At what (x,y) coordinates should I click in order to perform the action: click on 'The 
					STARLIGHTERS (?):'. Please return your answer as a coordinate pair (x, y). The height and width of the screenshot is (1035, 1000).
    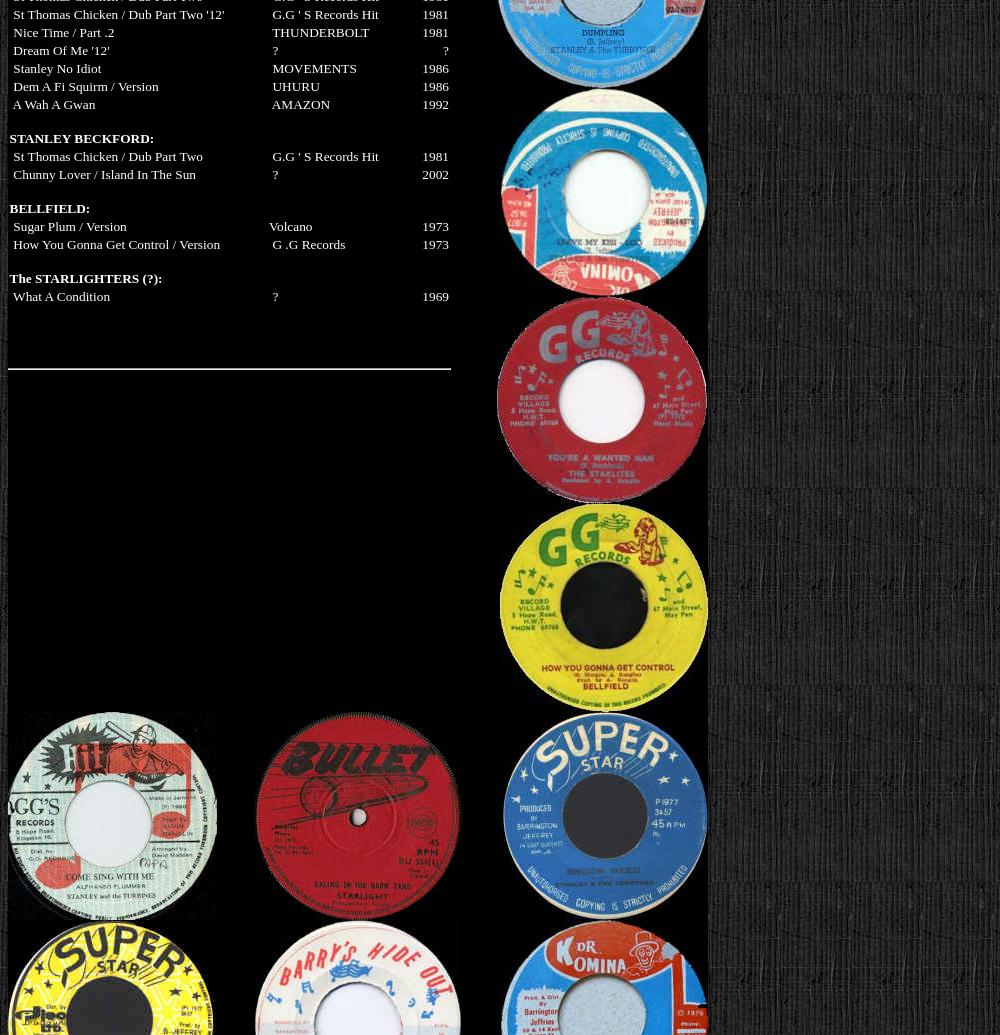
    Looking at the image, I should click on (84, 277).